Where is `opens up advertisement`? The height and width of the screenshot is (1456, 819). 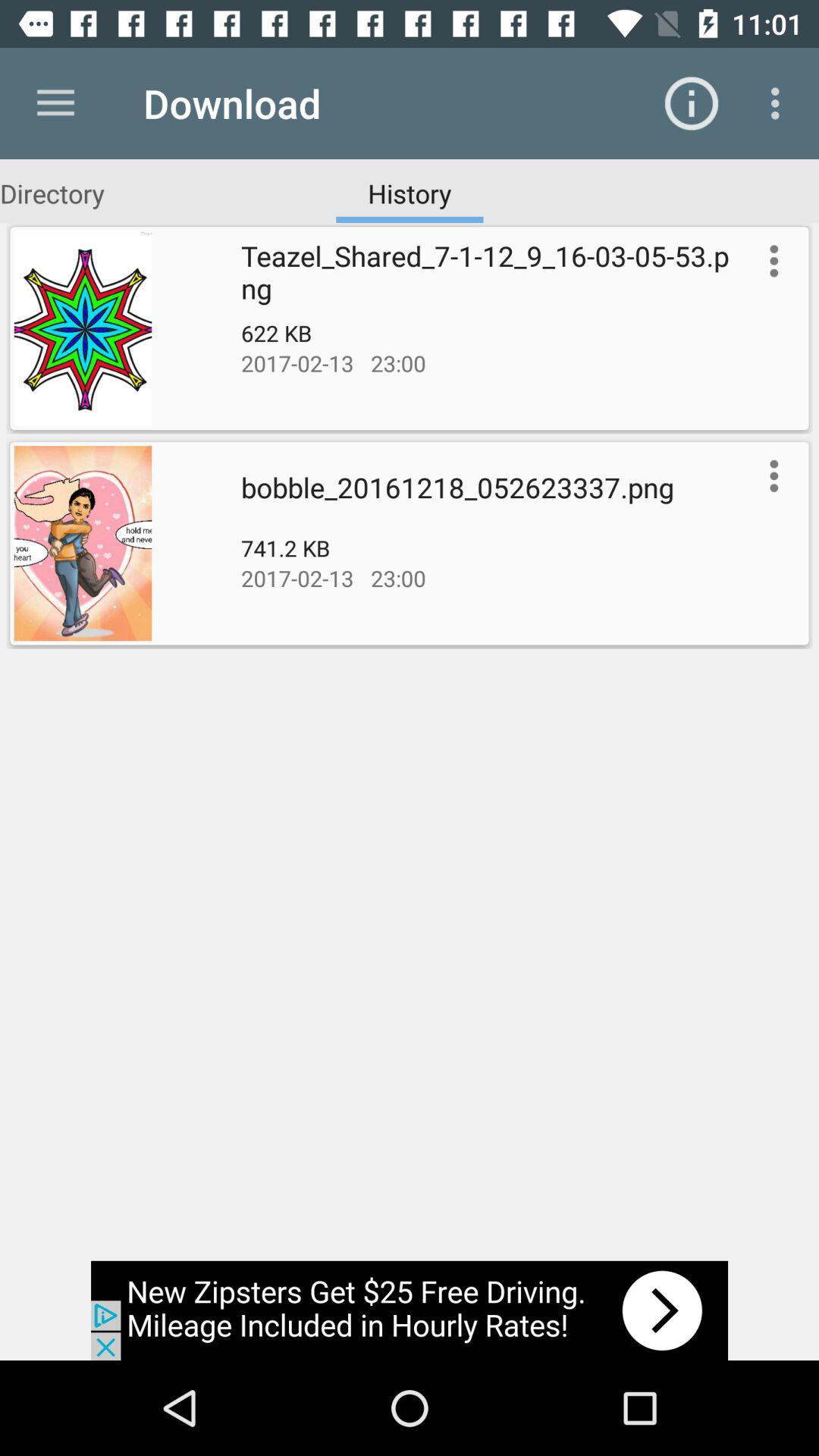 opens up advertisement is located at coordinates (409, 1310).